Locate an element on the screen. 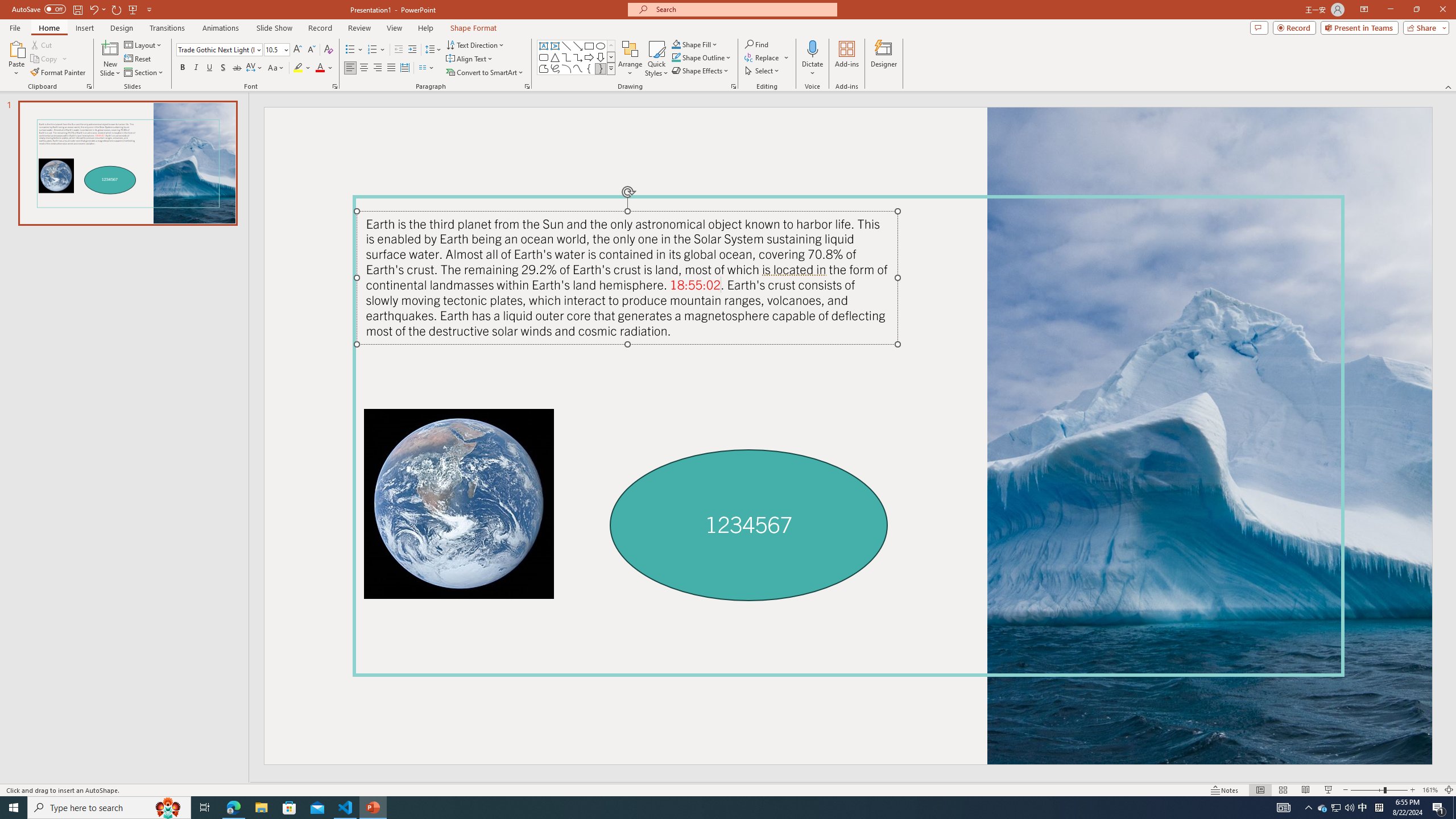 This screenshot has width=1456, height=819. 'Shape Fill Aqua, Accent 2' is located at coordinates (676, 44).